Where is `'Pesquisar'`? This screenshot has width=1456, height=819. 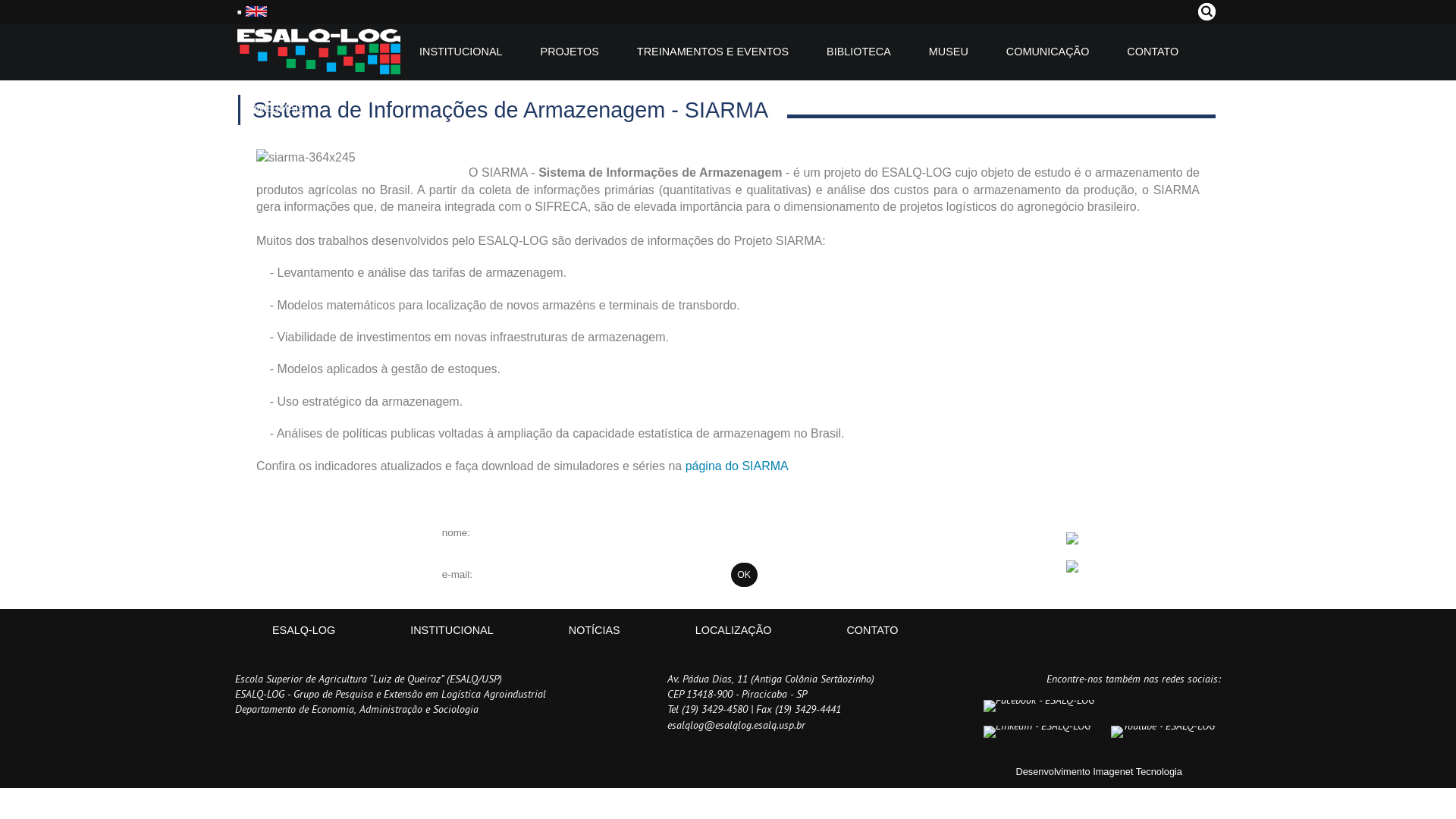 'Pesquisar' is located at coordinates (1206, 11).